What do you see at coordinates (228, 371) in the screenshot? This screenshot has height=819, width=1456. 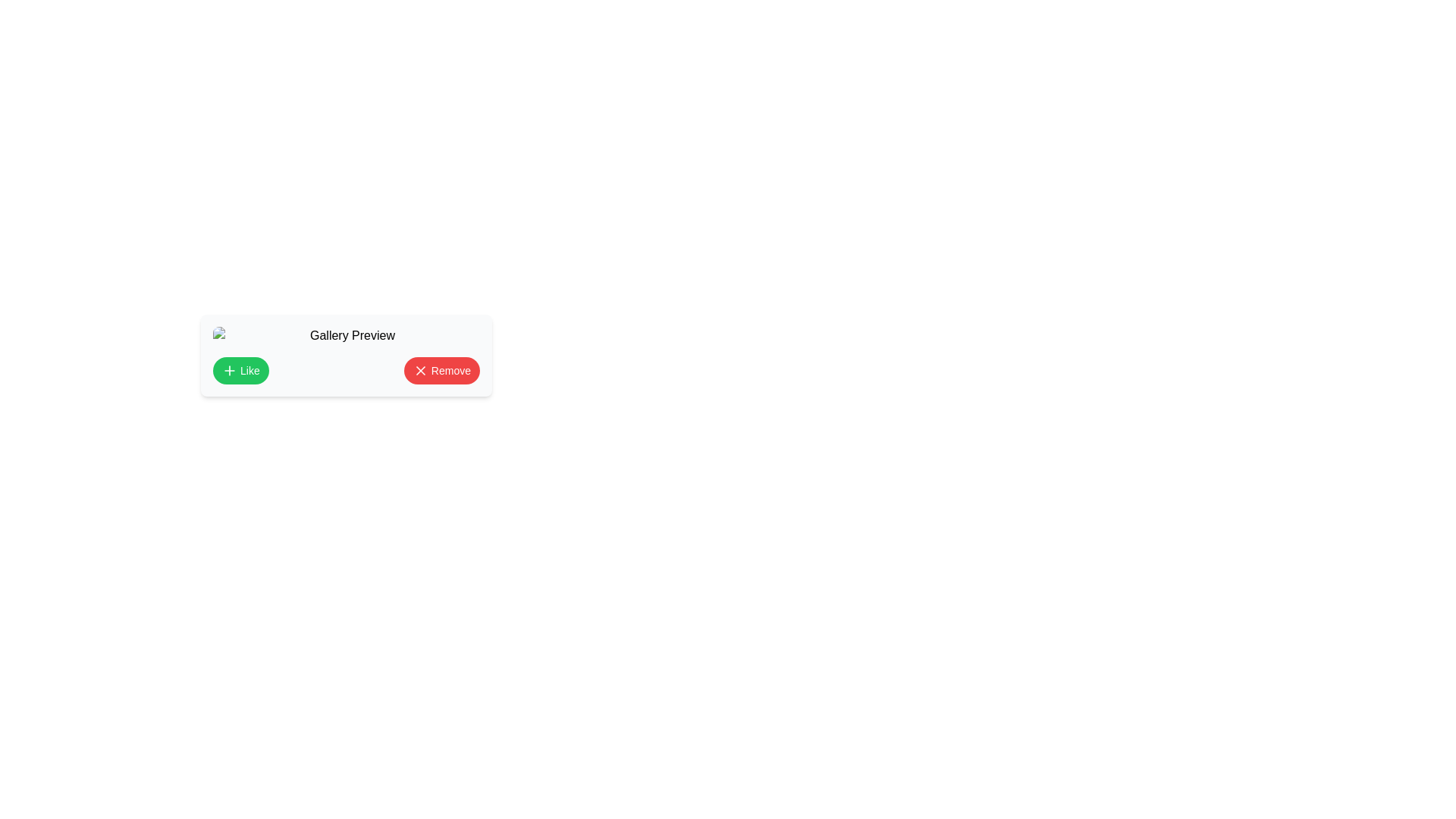 I see `the small green circular button with a white plus icon, which is centered within the 'Like' button on the card displaying 'Gallery Preview'` at bounding box center [228, 371].